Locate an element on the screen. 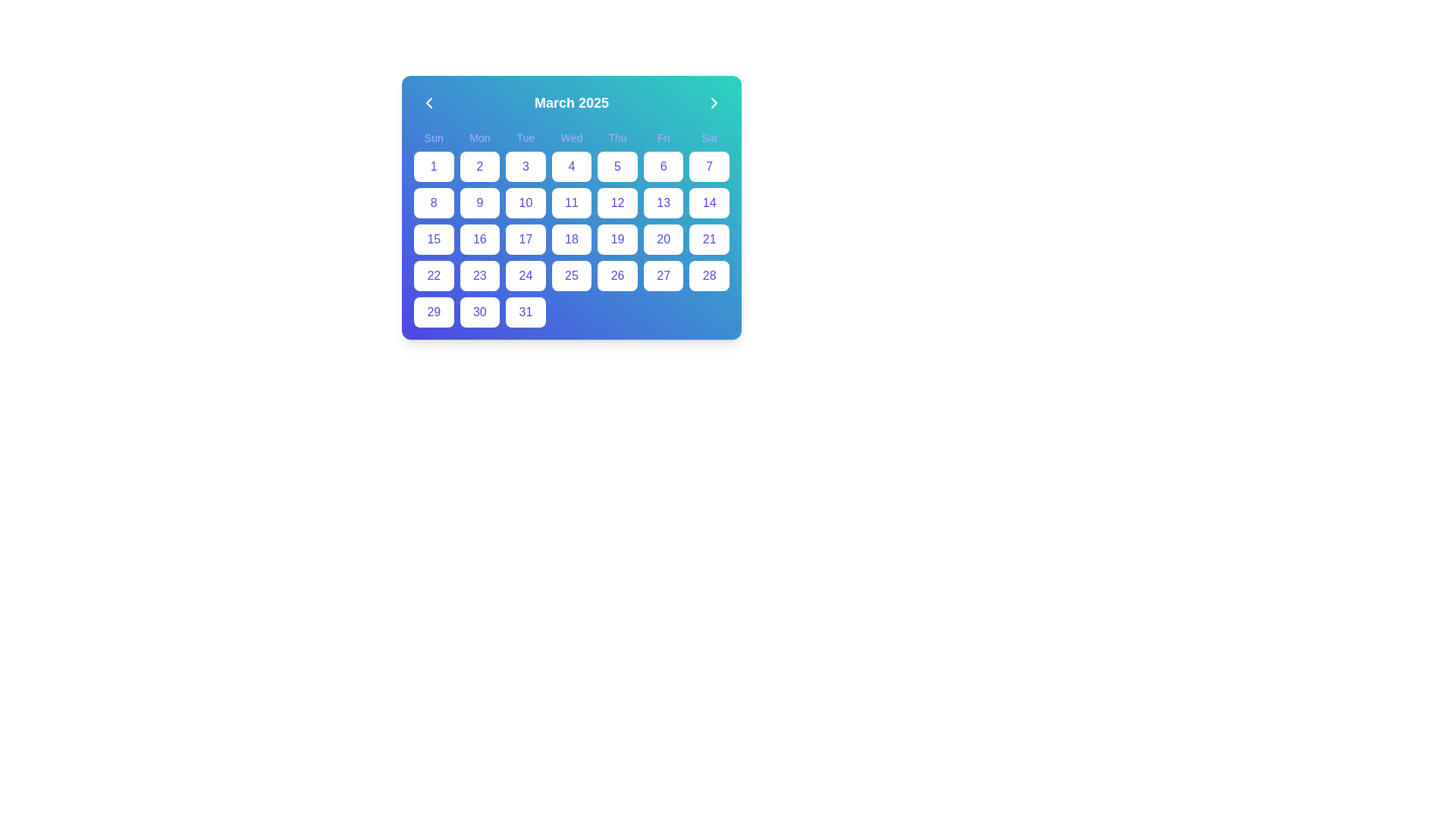 The image size is (1456, 819). the left-pointing chevron icon located in the top-left corner of the calendar interface is located at coordinates (428, 102).